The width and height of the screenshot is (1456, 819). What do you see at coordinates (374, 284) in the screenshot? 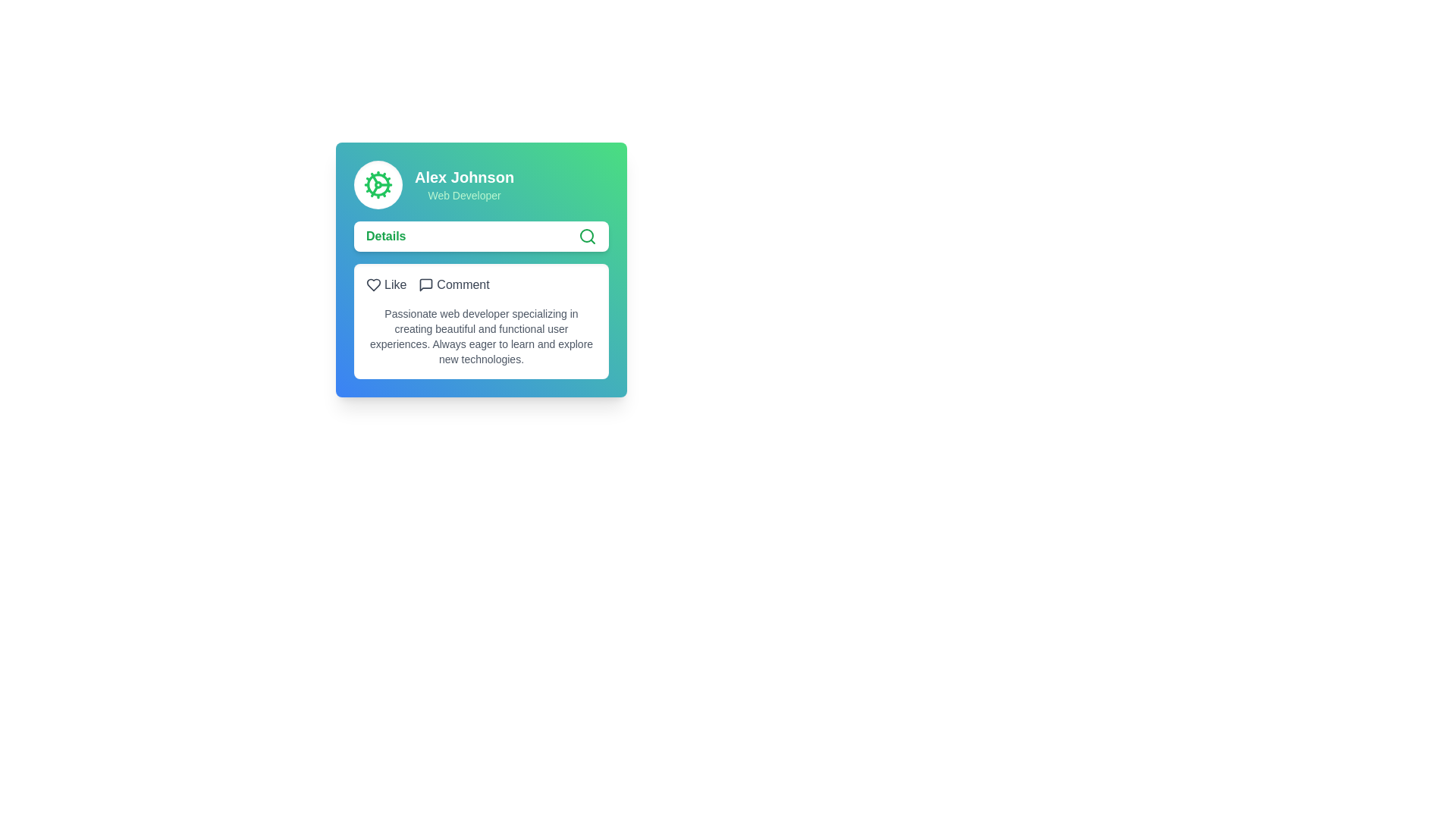
I see `the heart icon located on the left side of the 'Like' option within the interactive panel of a card interface` at bounding box center [374, 284].